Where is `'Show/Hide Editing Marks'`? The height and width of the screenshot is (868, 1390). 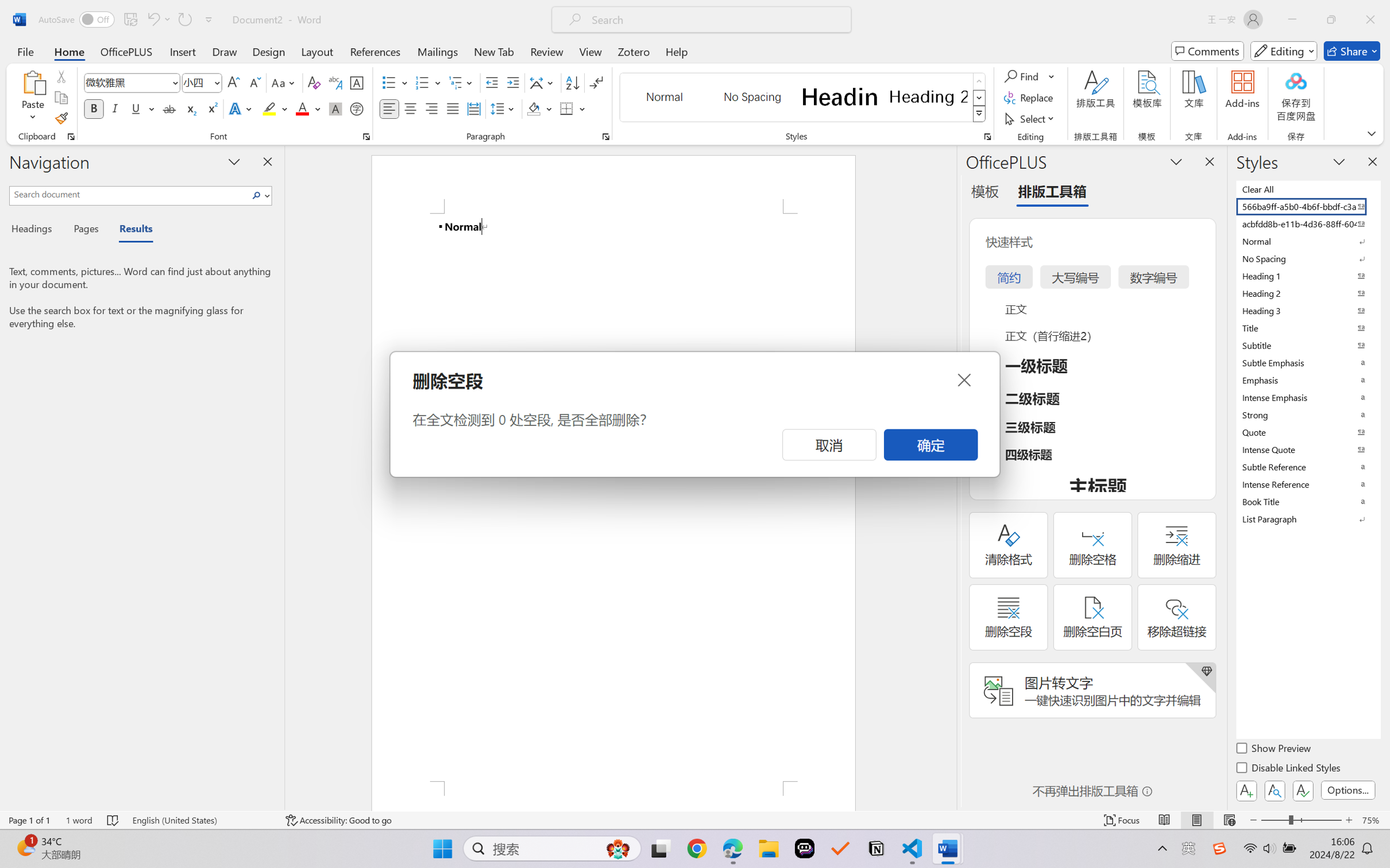
'Show/Hide Editing Marks' is located at coordinates (596, 83).